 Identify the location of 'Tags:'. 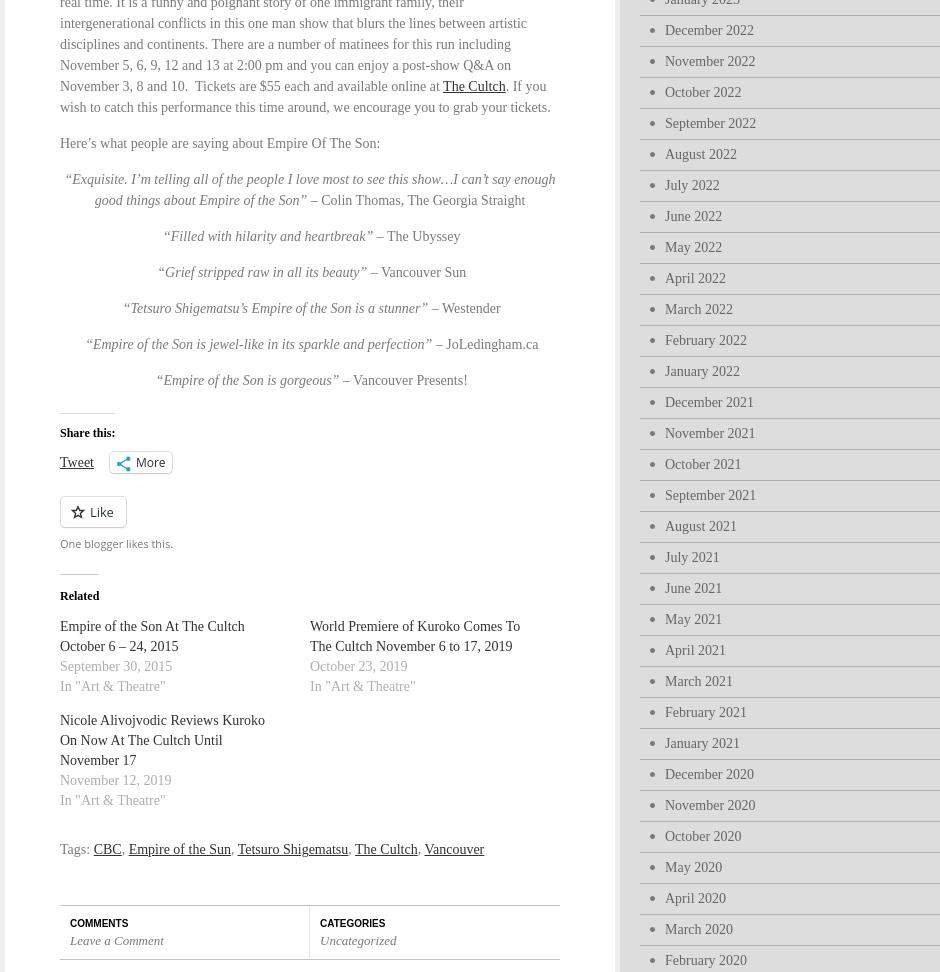
(58, 848).